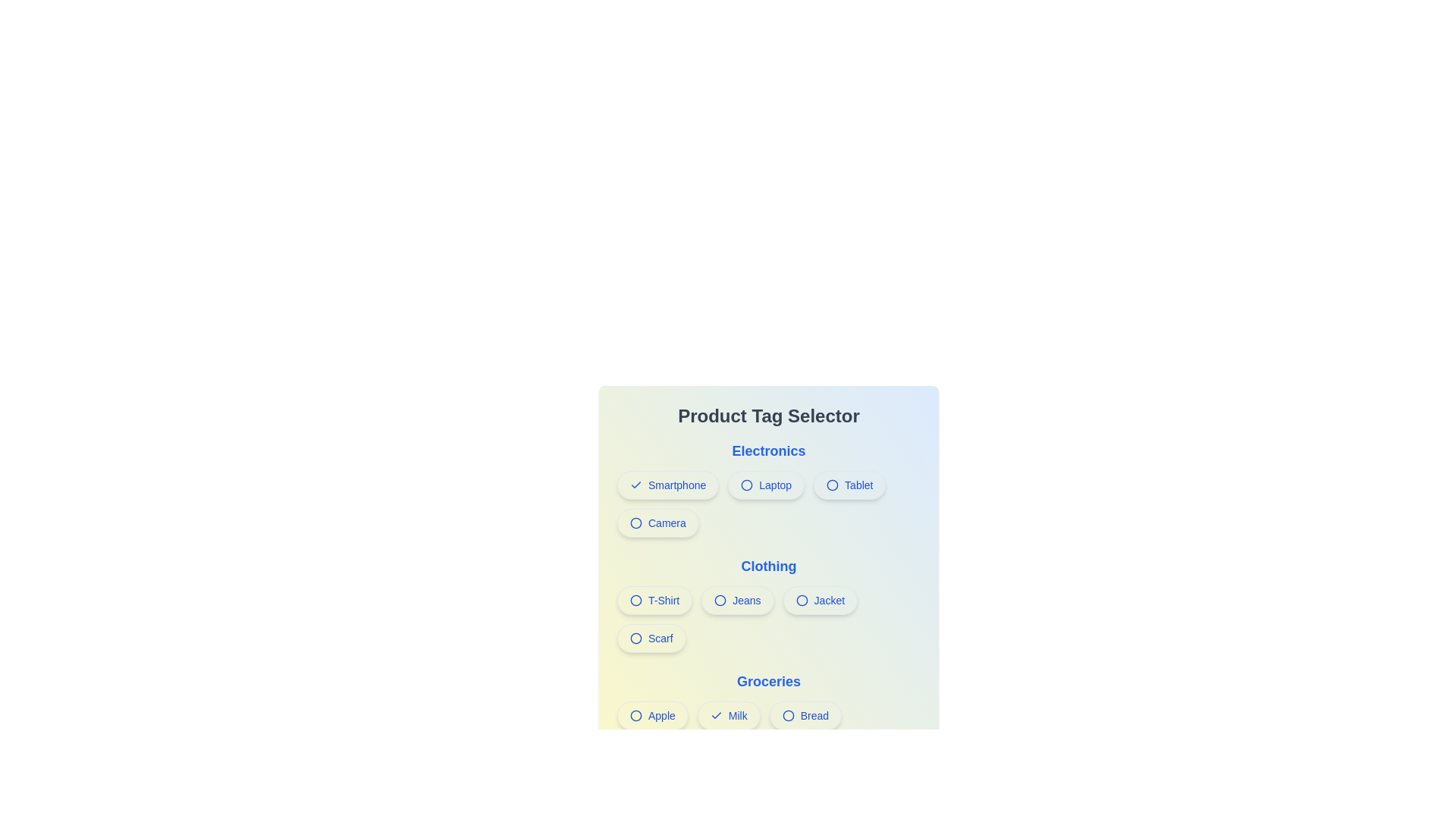  I want to click on the 'Tablet' selection button in the 'Electronics' category, so click(849, 485).